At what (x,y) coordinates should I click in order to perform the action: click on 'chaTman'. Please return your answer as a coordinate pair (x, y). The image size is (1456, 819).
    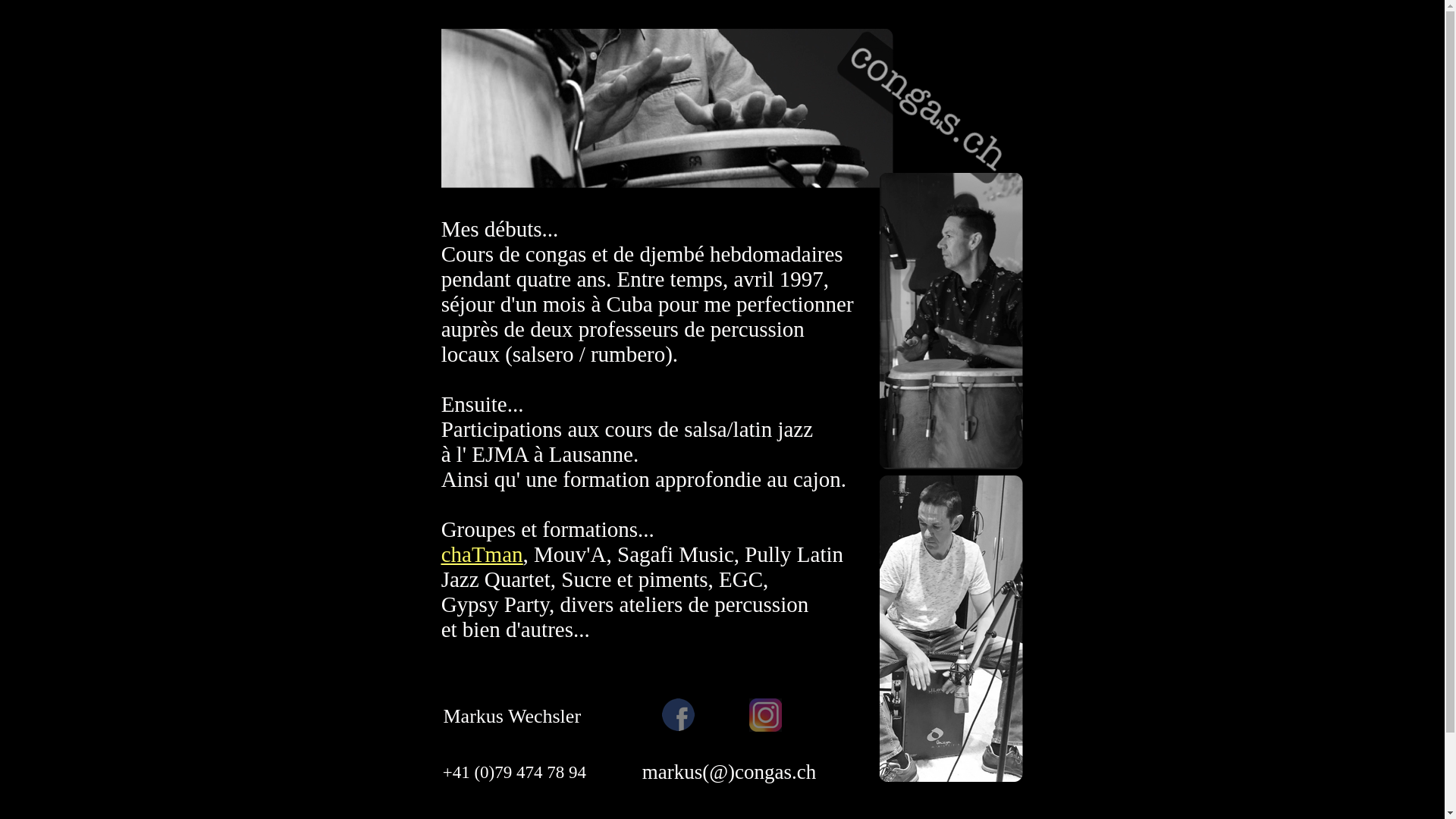
    Looking at the image, I should click on (481, 554).